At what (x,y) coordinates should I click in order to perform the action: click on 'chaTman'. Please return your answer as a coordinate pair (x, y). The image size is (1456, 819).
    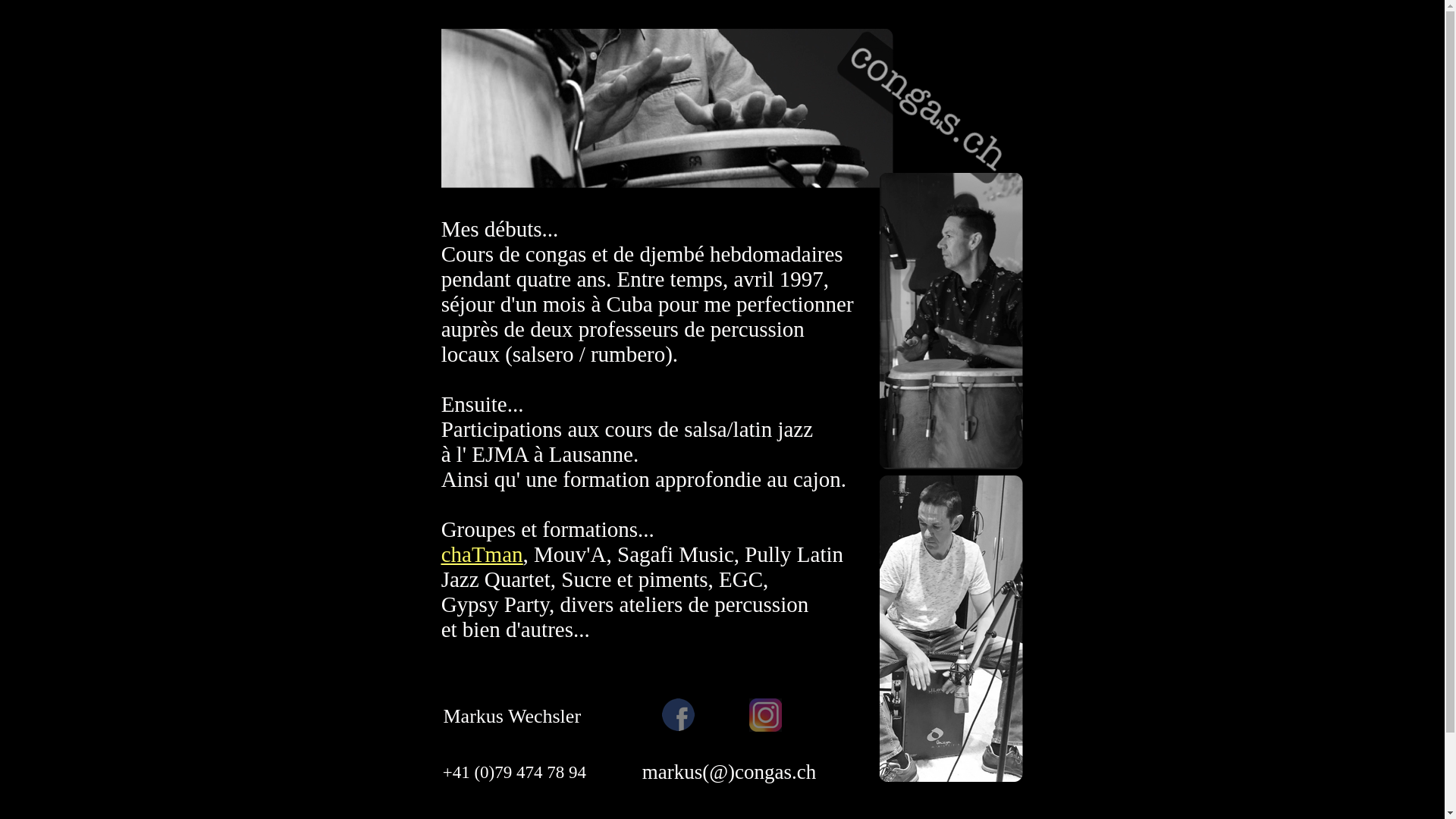
    Looking at the image, I should click on (481, 554).